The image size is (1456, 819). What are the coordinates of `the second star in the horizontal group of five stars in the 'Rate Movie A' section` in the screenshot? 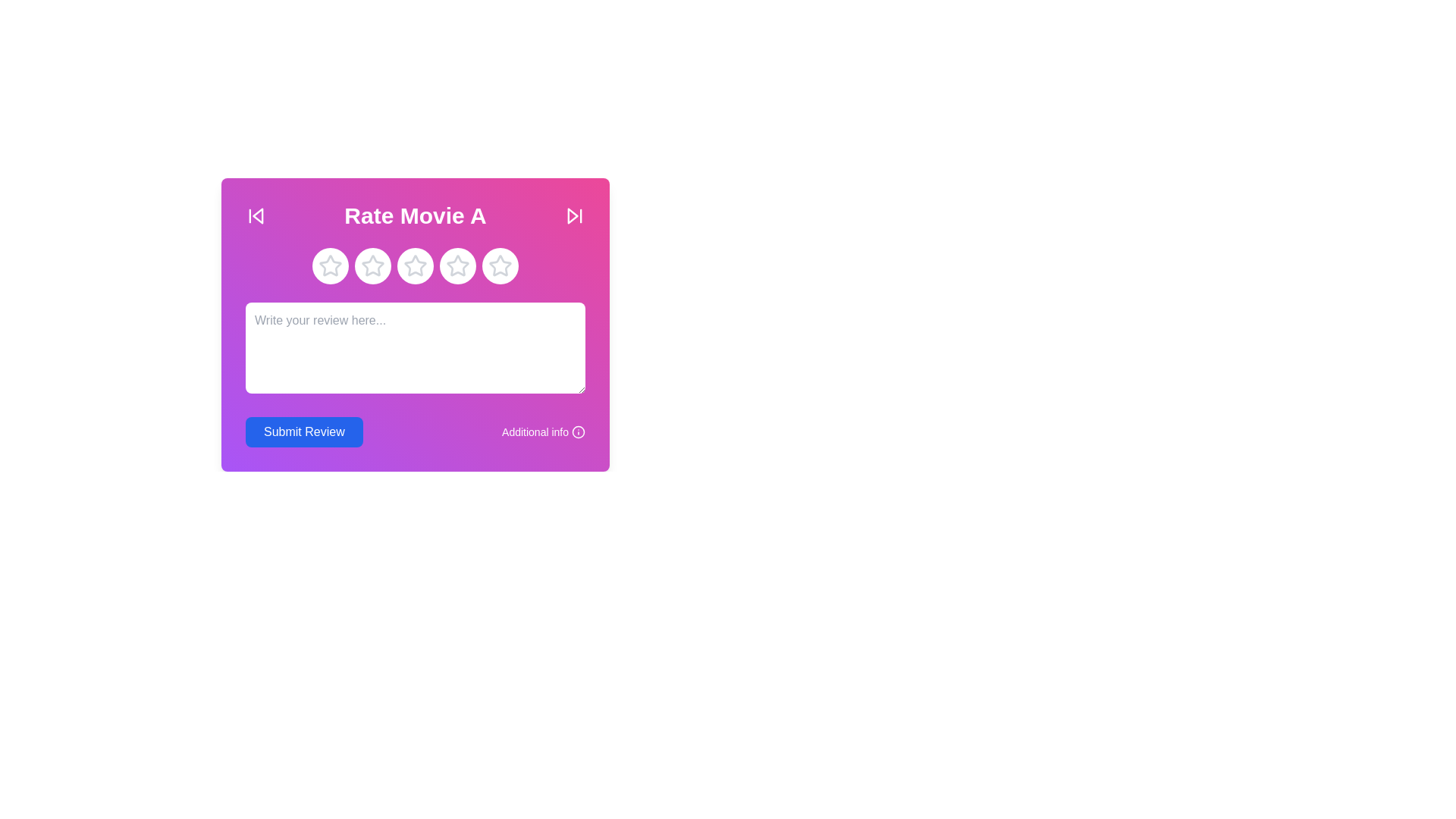 It's located at (372, 265).